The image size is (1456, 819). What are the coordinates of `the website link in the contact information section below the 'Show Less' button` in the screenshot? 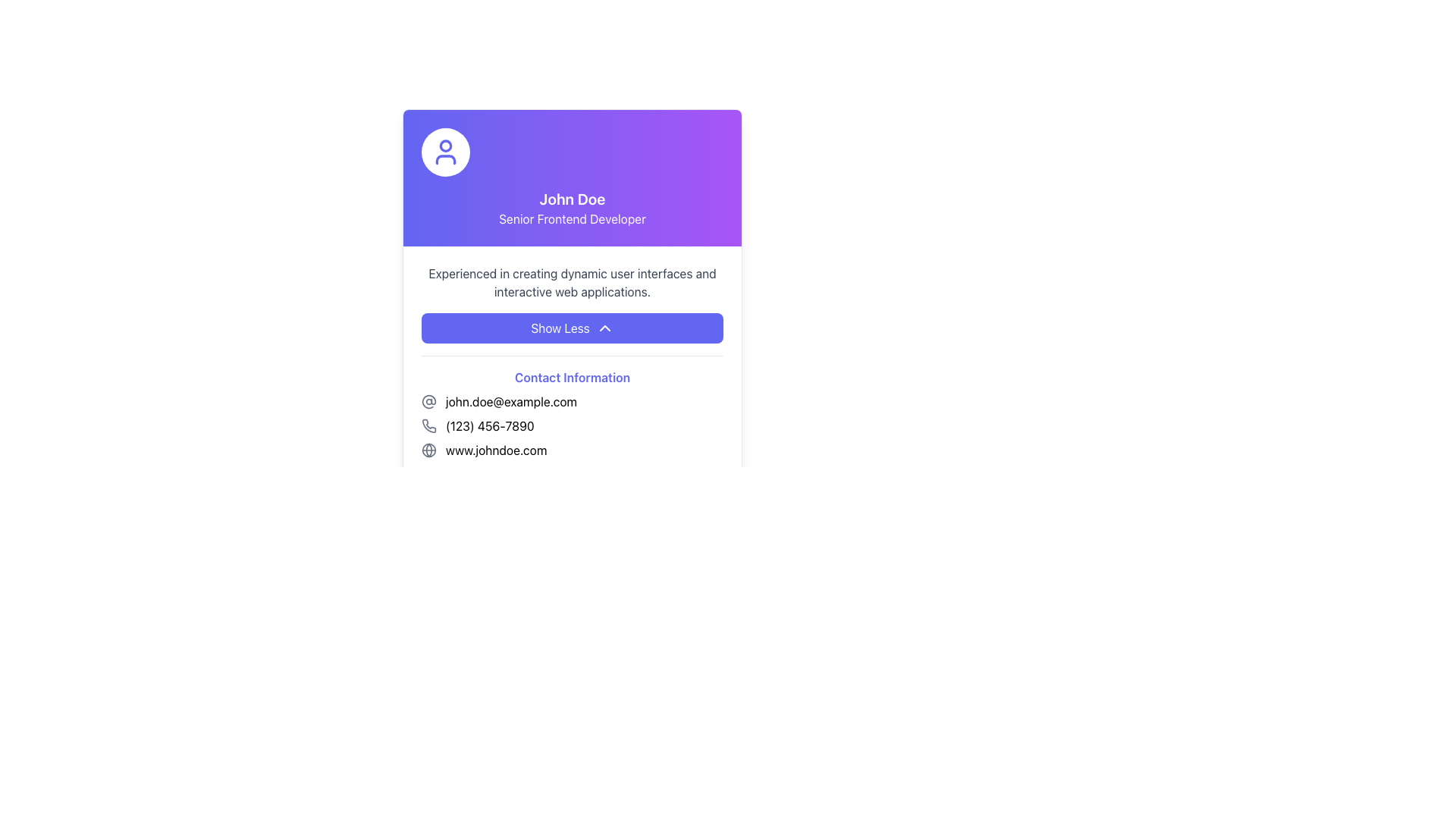 It's located at (571, 435).